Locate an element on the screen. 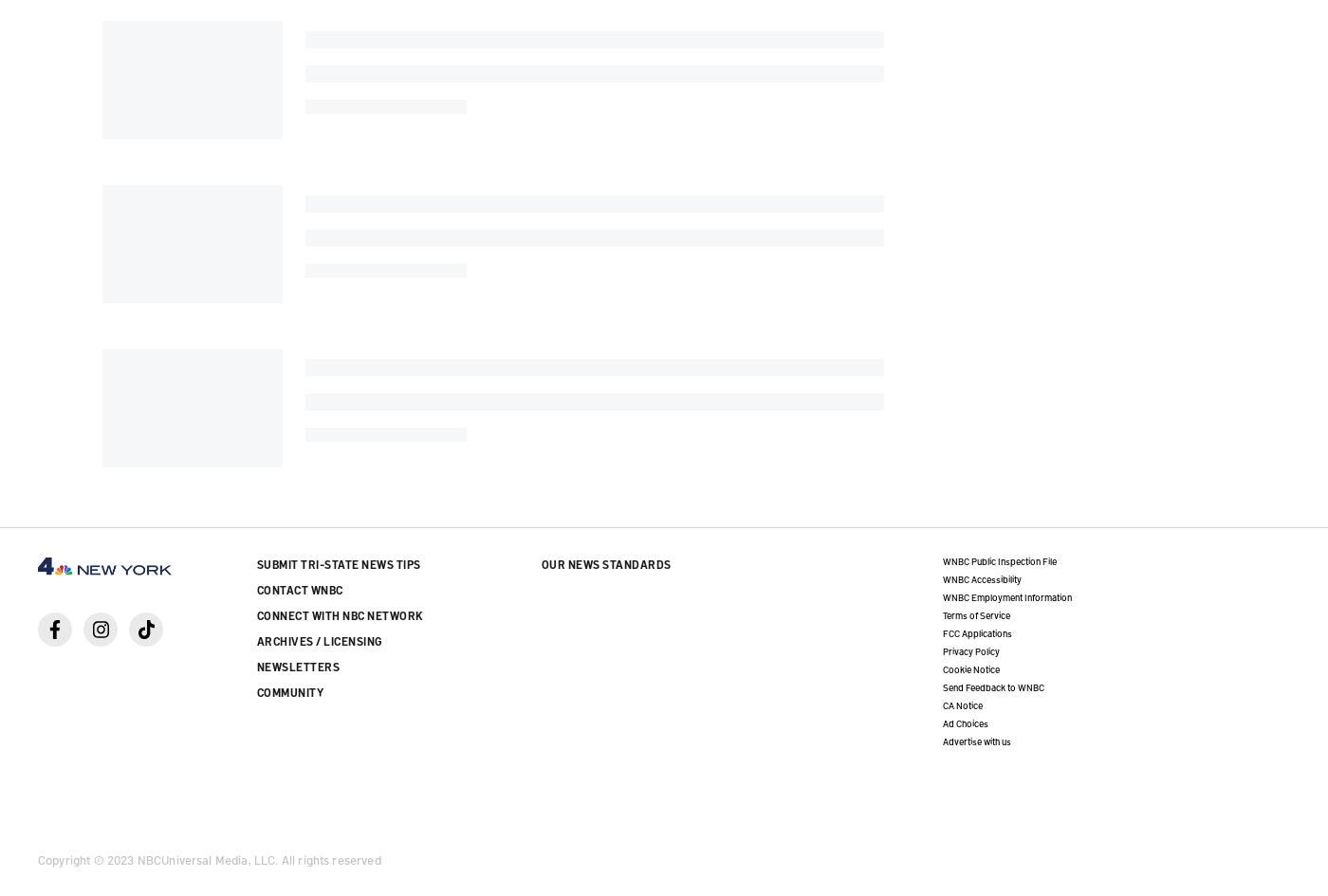  'WNBC Employment Information' is located at coordinates (1006, 594).